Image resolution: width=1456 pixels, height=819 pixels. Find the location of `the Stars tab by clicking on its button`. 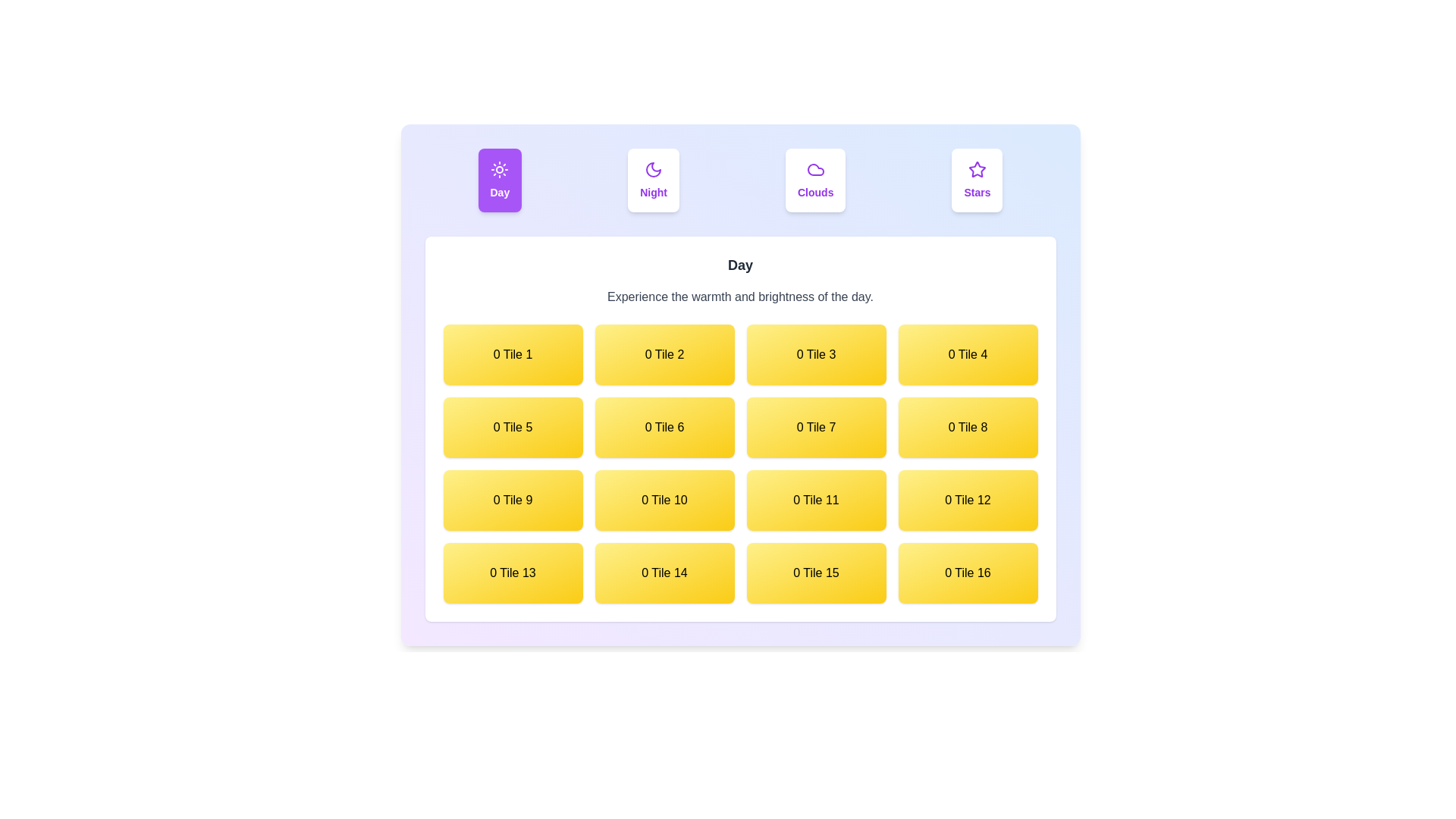

the Stars tab by clicking on its button is located at coordinates (977, 180).